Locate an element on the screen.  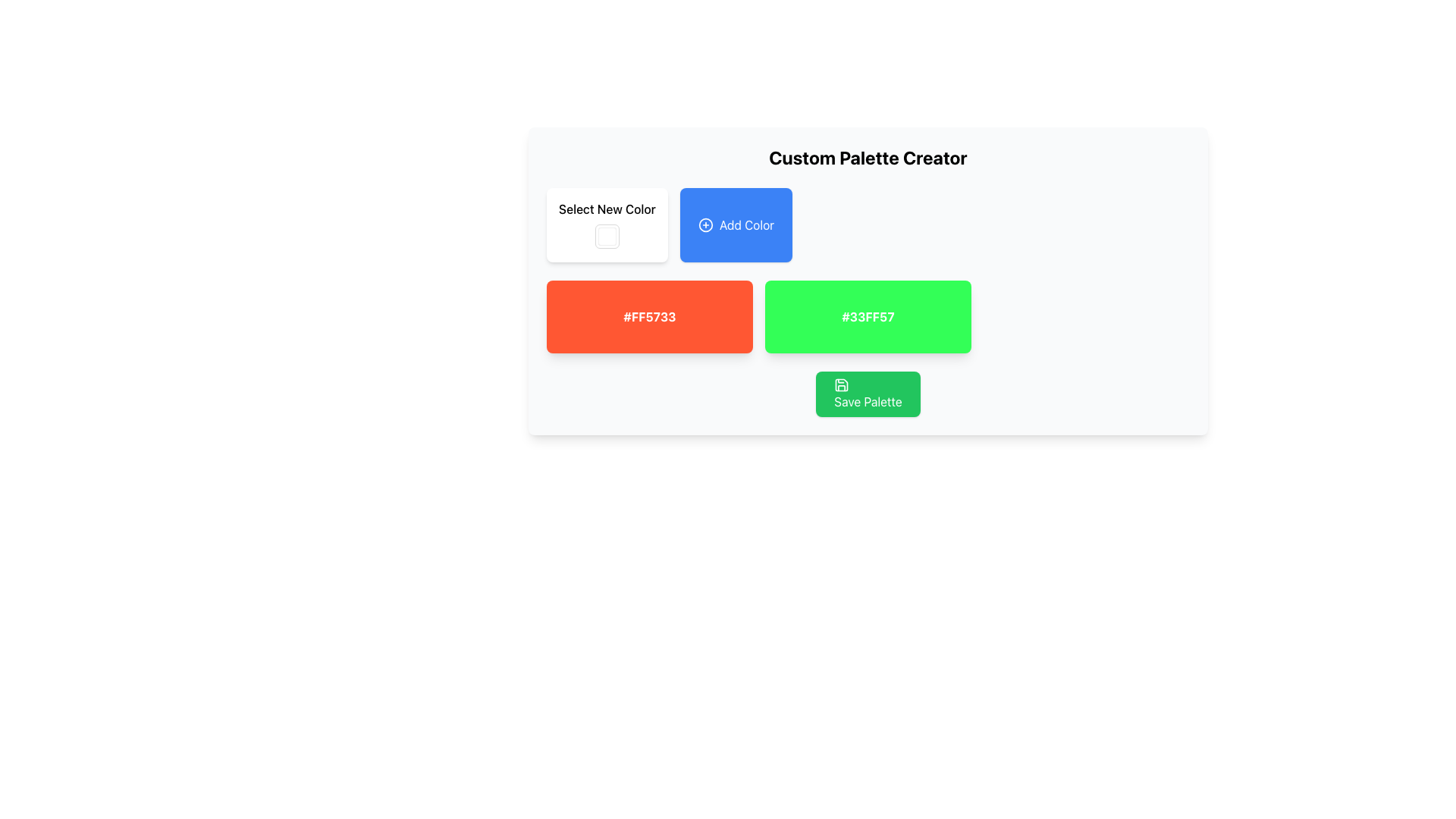
the bright green Color display box containing the text '#33FF57', located in the second column below the 'Custom Palette Creator' header is located at coordinates (868, 315).